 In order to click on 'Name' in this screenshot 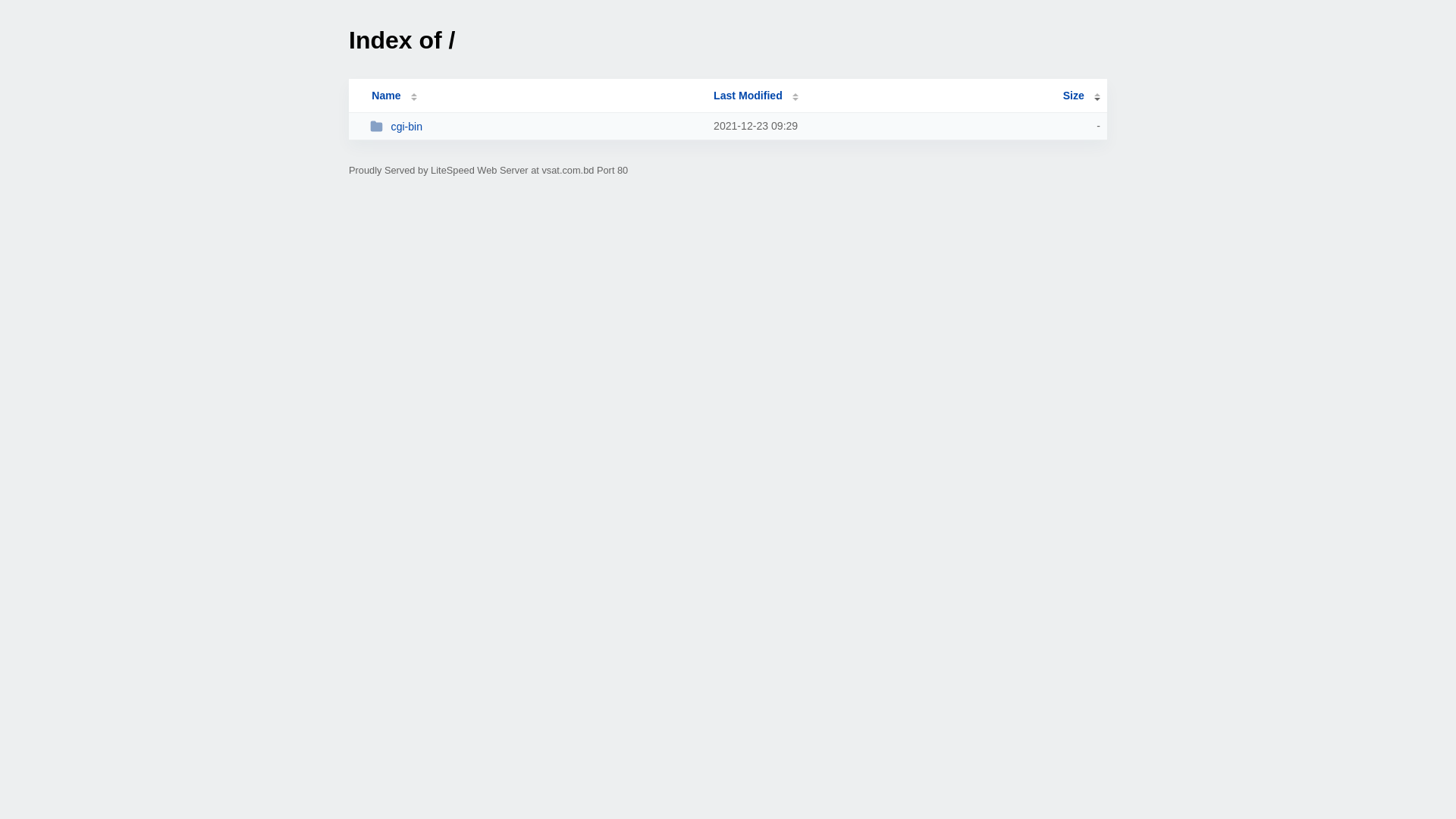, I will do `click(385, 96)`.